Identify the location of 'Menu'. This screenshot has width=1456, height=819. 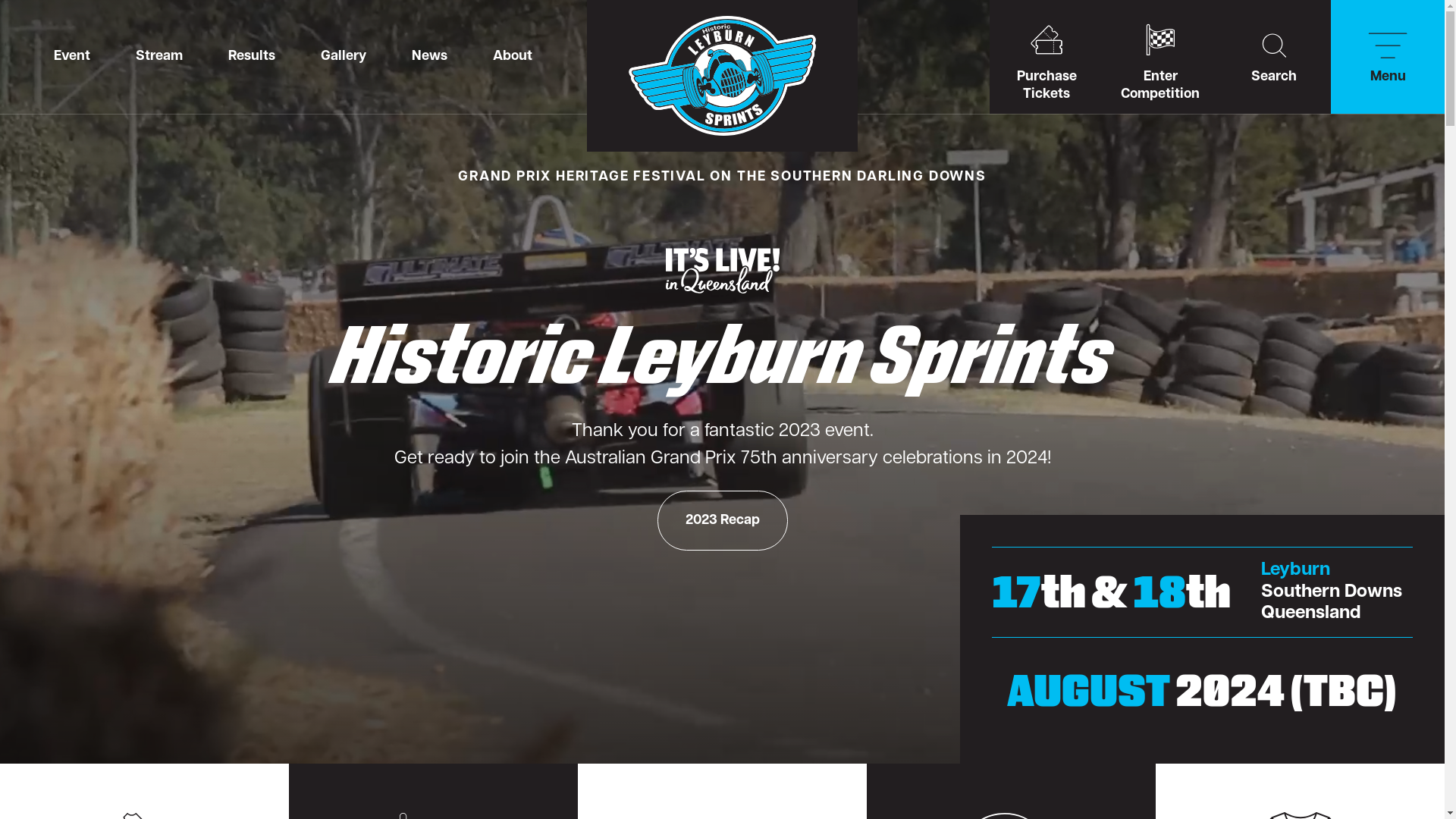
(1330, 55).